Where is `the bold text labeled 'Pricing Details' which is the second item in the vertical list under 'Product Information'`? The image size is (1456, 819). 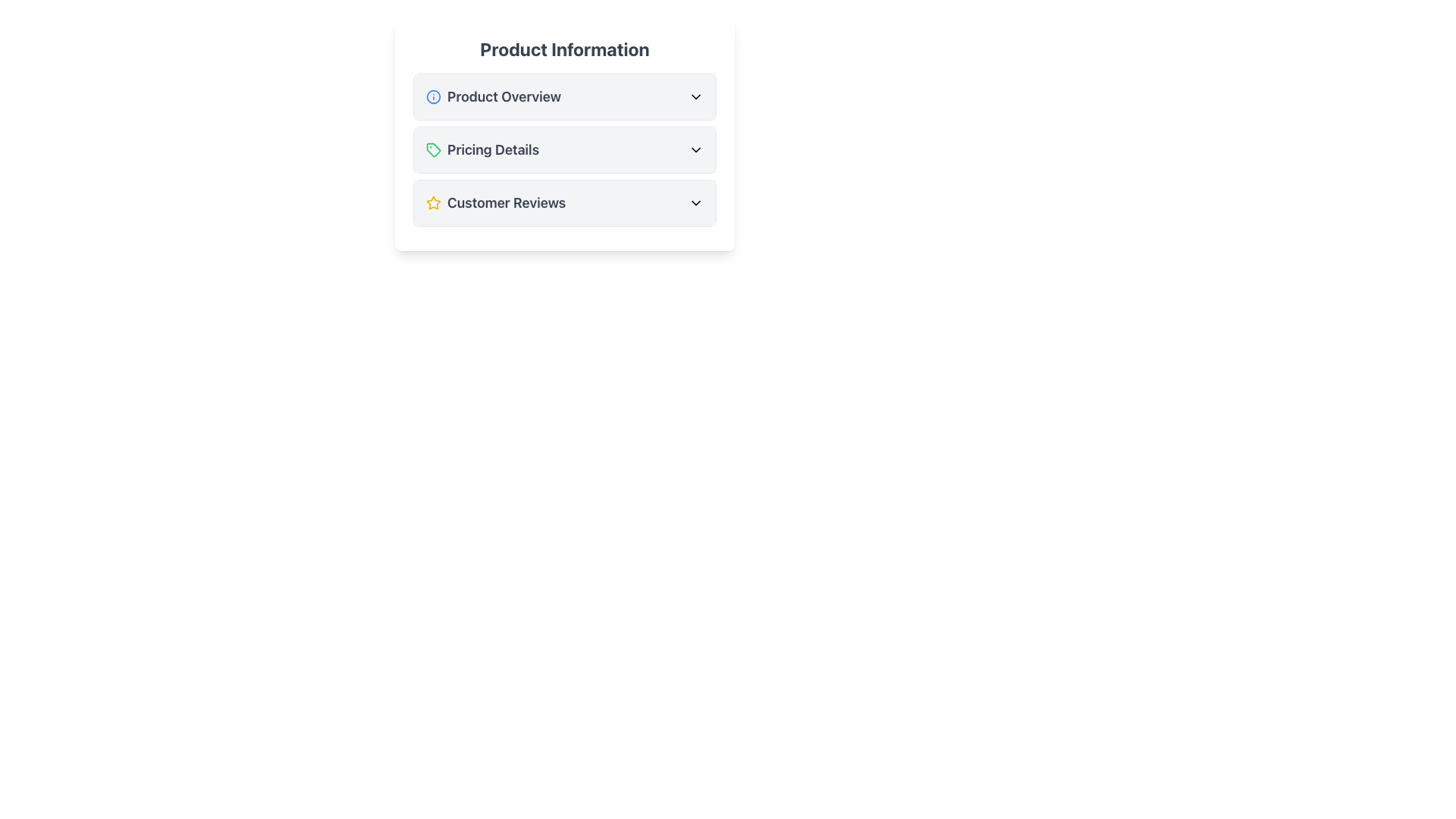
the bold text labeled 'Pricing Details' which is the second item in the vertical list under 'Product Information' is located at coordinates (493, 149).